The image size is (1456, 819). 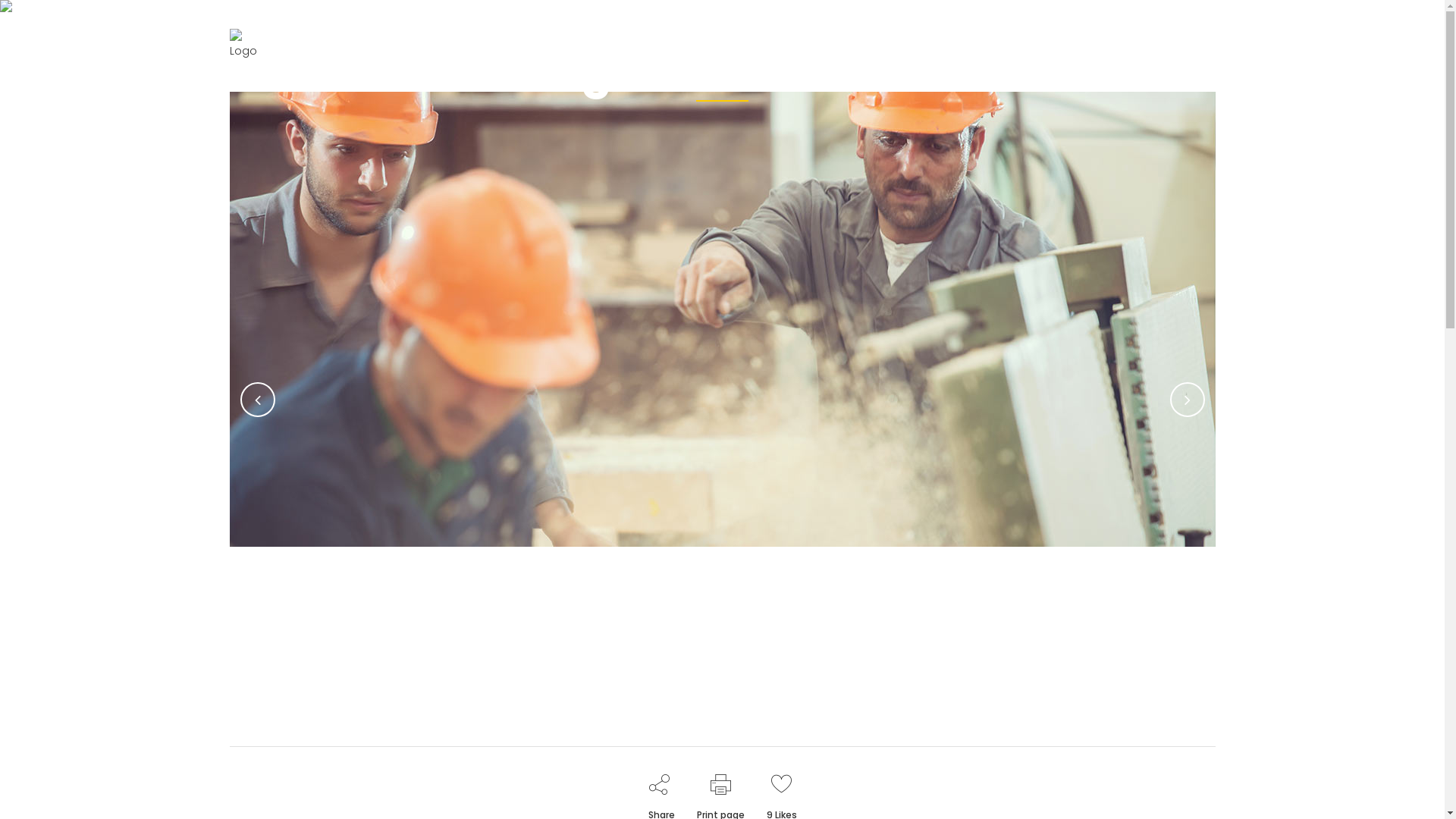 What do you see at coordinates (1075, 50) in the screenshot?
I see `'CONTACT'` at bounding box center [1075, 50].